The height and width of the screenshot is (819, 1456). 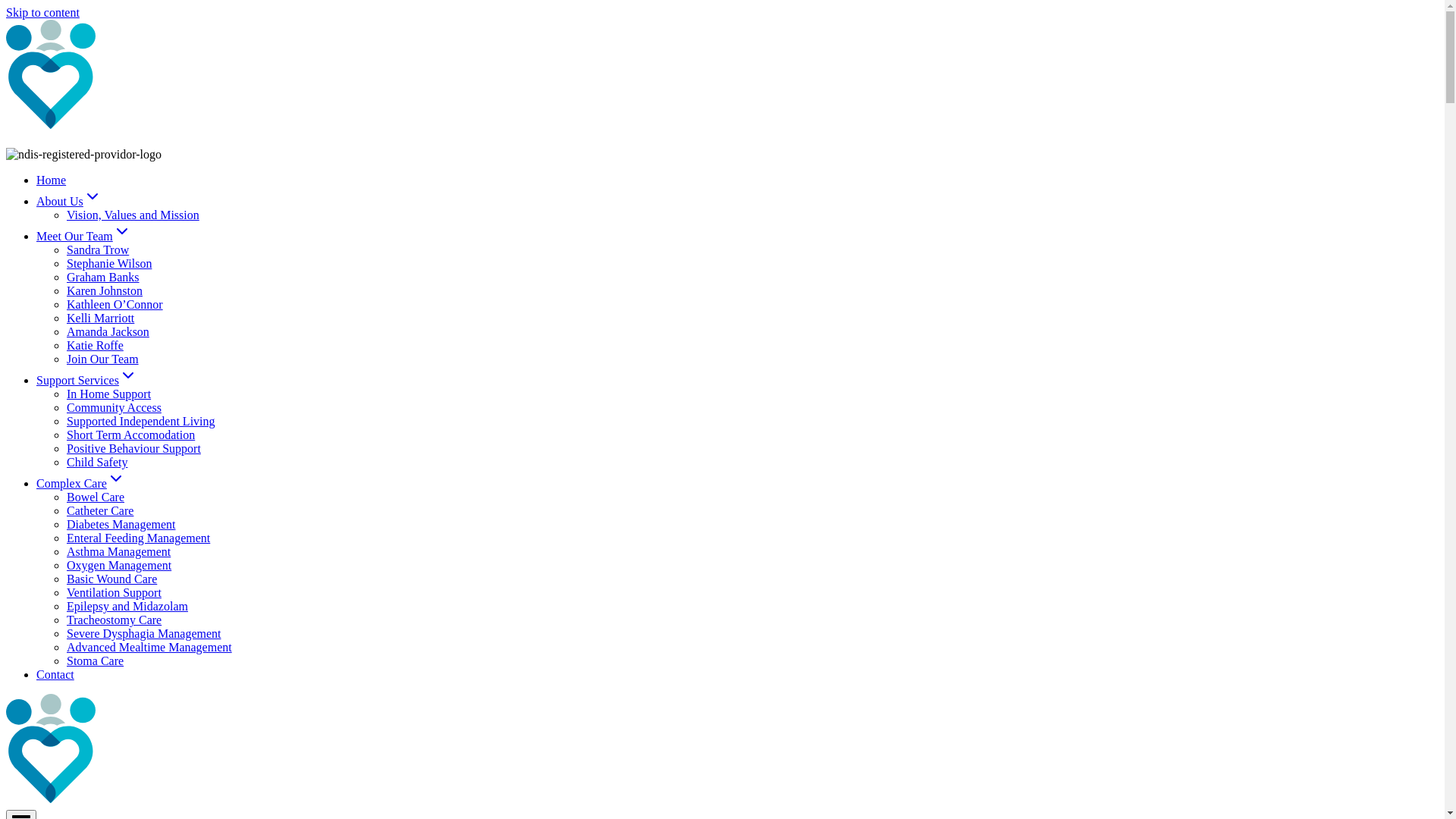 What do you see at coordinates (118, 551) in the screenshot?
I see `'Asthma Management'` at bounding box center [118, 551].